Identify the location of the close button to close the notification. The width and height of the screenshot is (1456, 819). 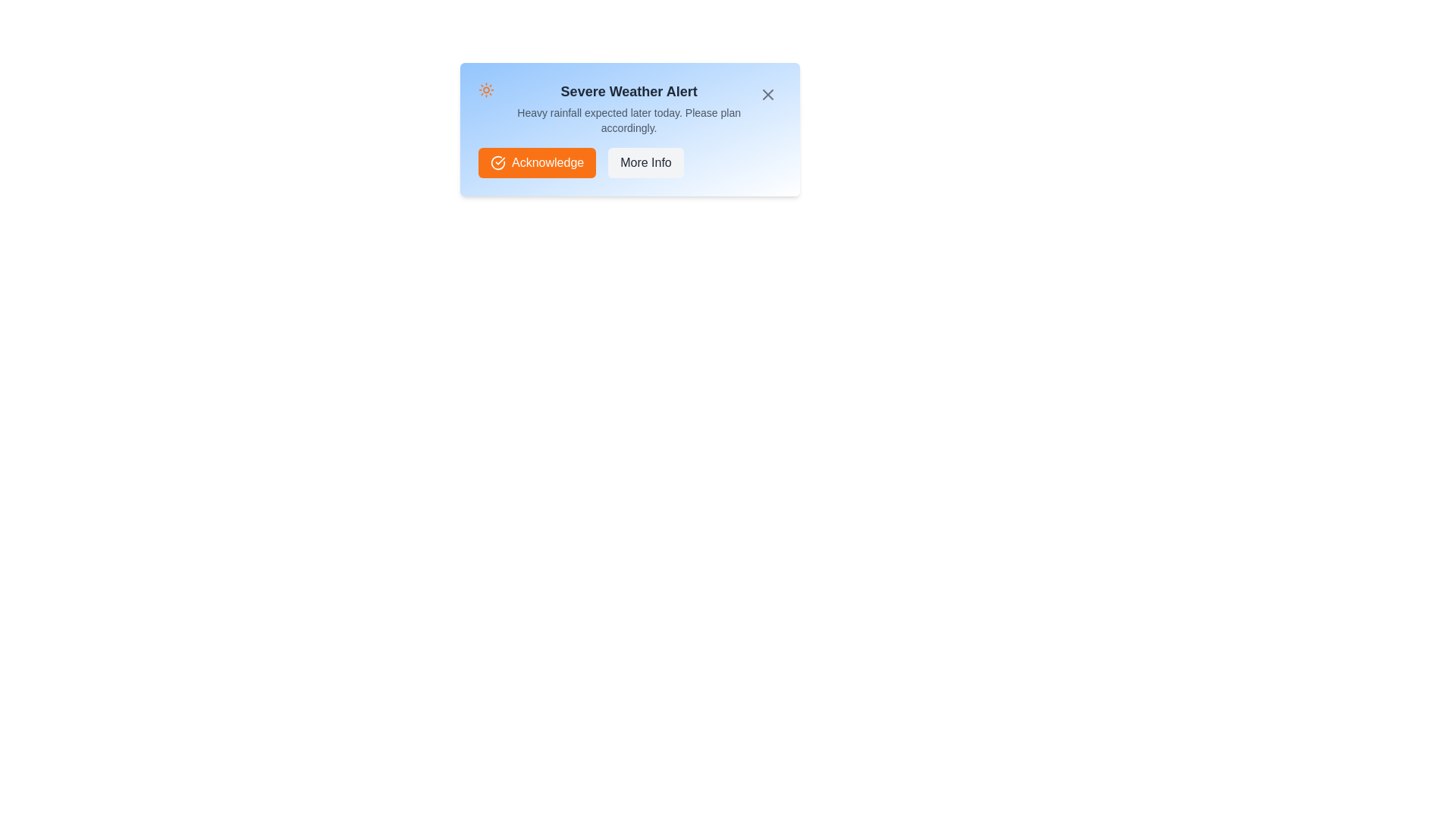
(767, 94).